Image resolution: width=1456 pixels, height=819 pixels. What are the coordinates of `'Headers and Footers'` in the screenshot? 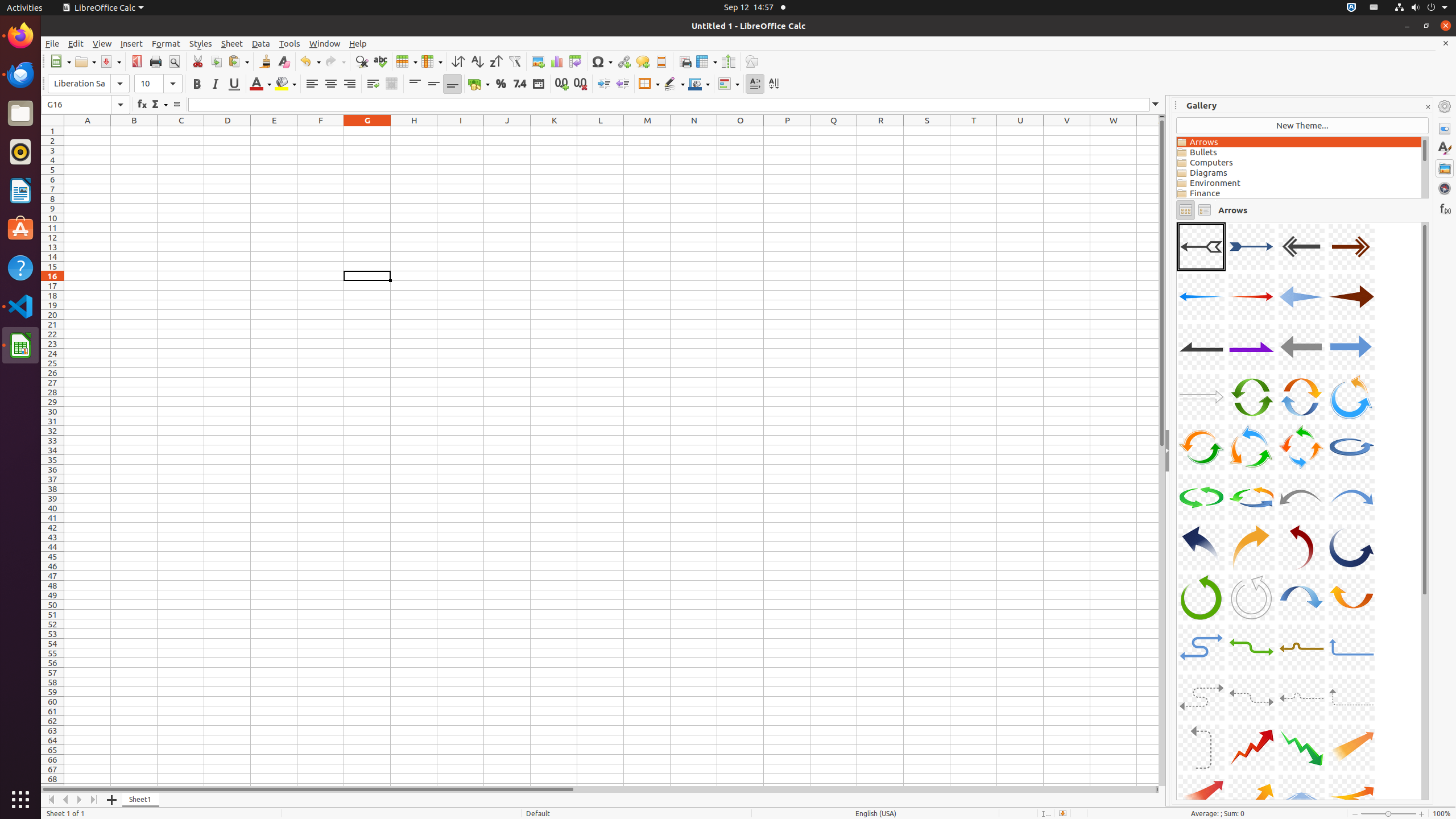 It's located at (660, 61).